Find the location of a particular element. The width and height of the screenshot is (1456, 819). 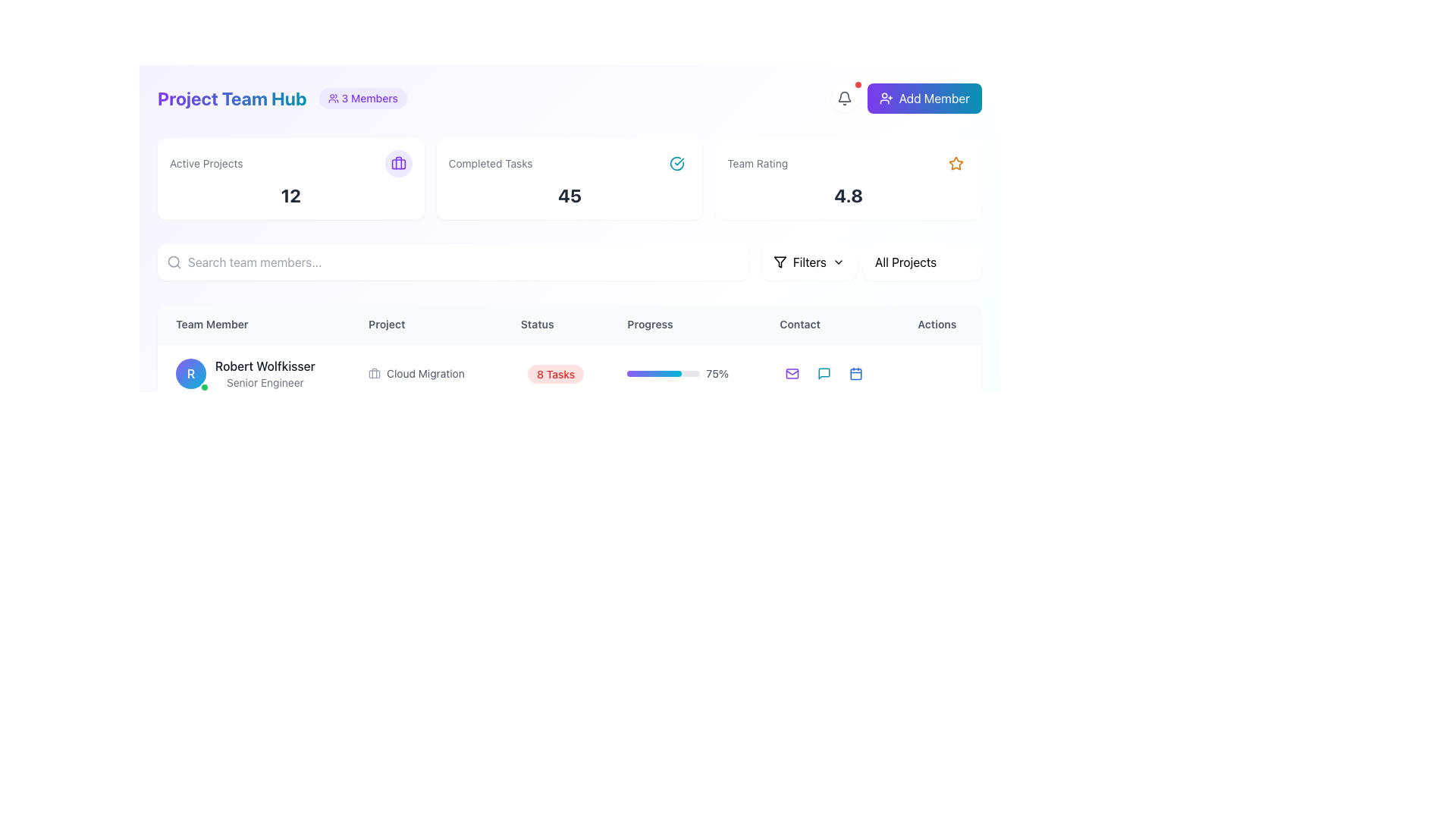

text label 'Actions' which is the sixth item in the header row of the table, aligned with other textual elements is located at coordinates (940, 324).